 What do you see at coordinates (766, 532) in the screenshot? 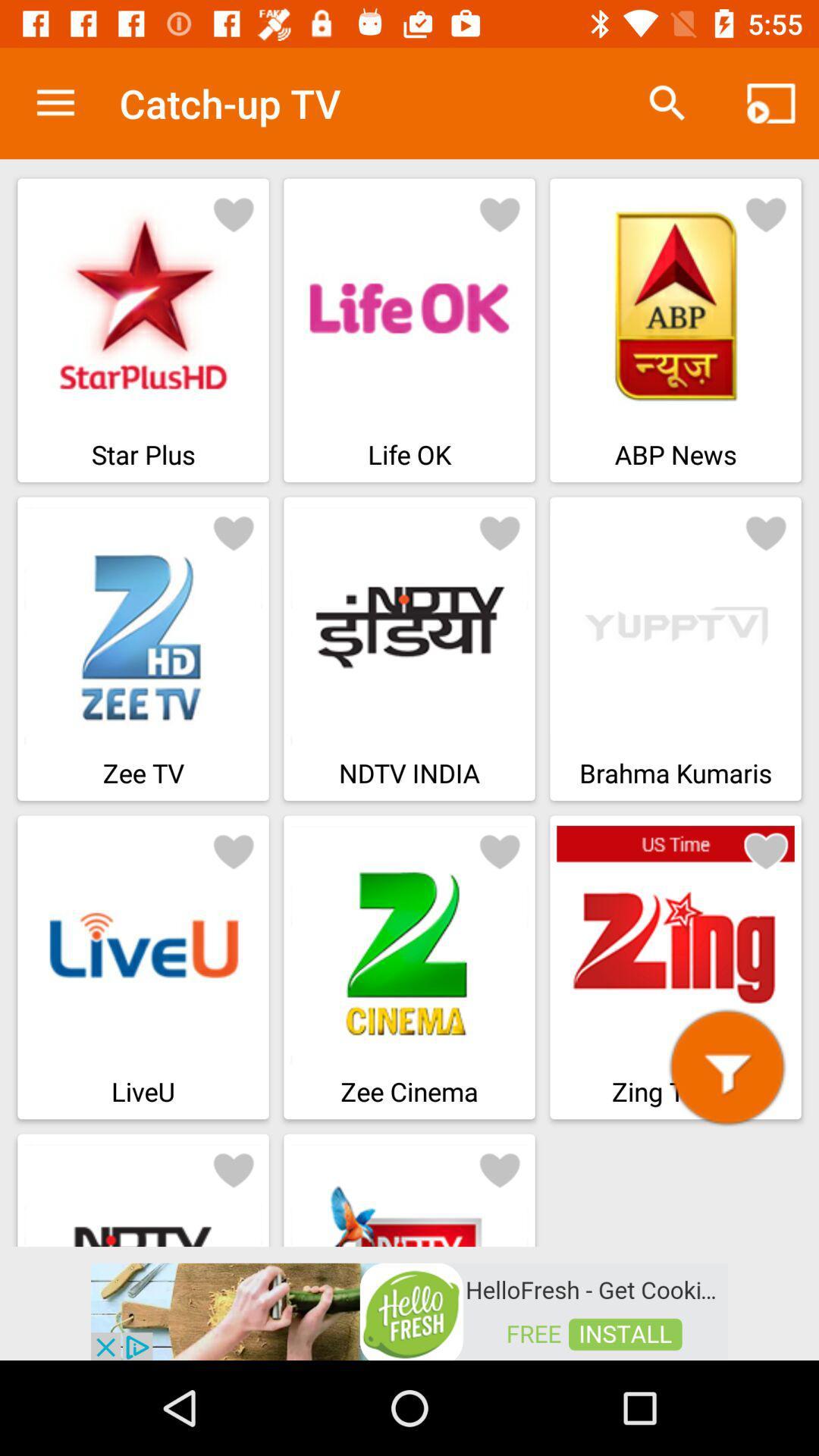
I see `favourite` at bounding box center [766, 532].